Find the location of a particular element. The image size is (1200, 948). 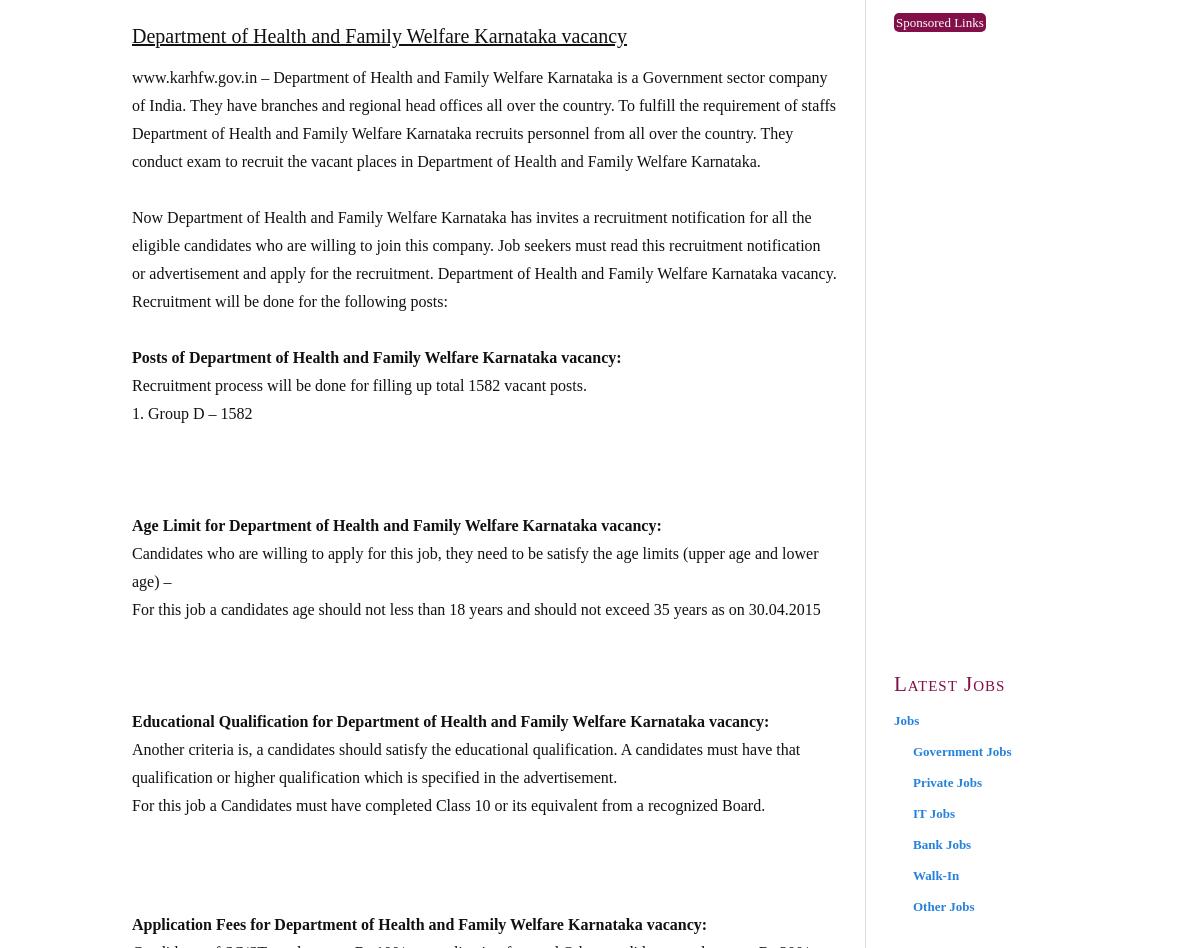

'Bank Jobs' is located at coordinates (942, 843).